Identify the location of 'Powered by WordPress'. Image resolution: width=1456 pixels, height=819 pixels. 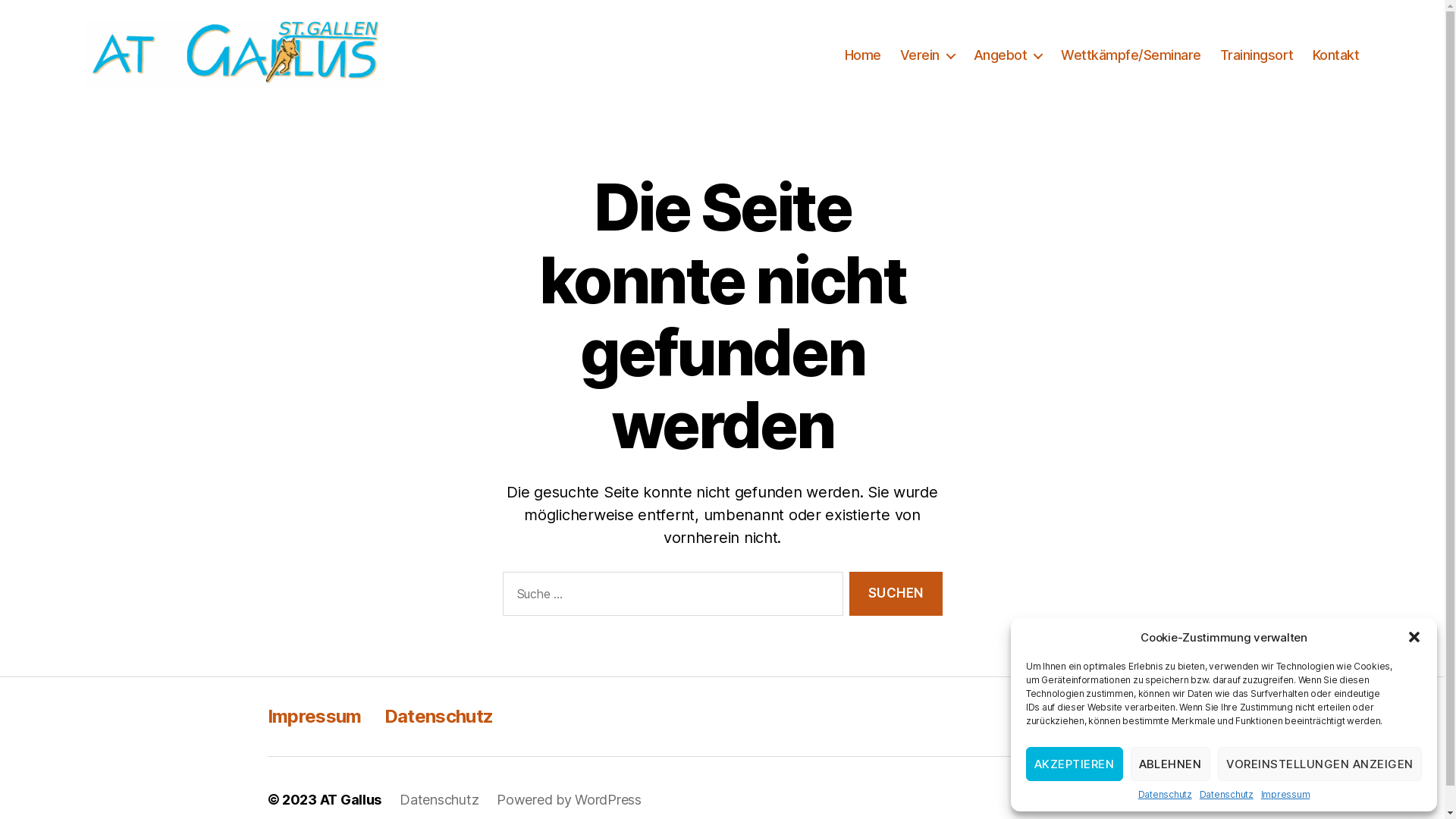
(568, 799).